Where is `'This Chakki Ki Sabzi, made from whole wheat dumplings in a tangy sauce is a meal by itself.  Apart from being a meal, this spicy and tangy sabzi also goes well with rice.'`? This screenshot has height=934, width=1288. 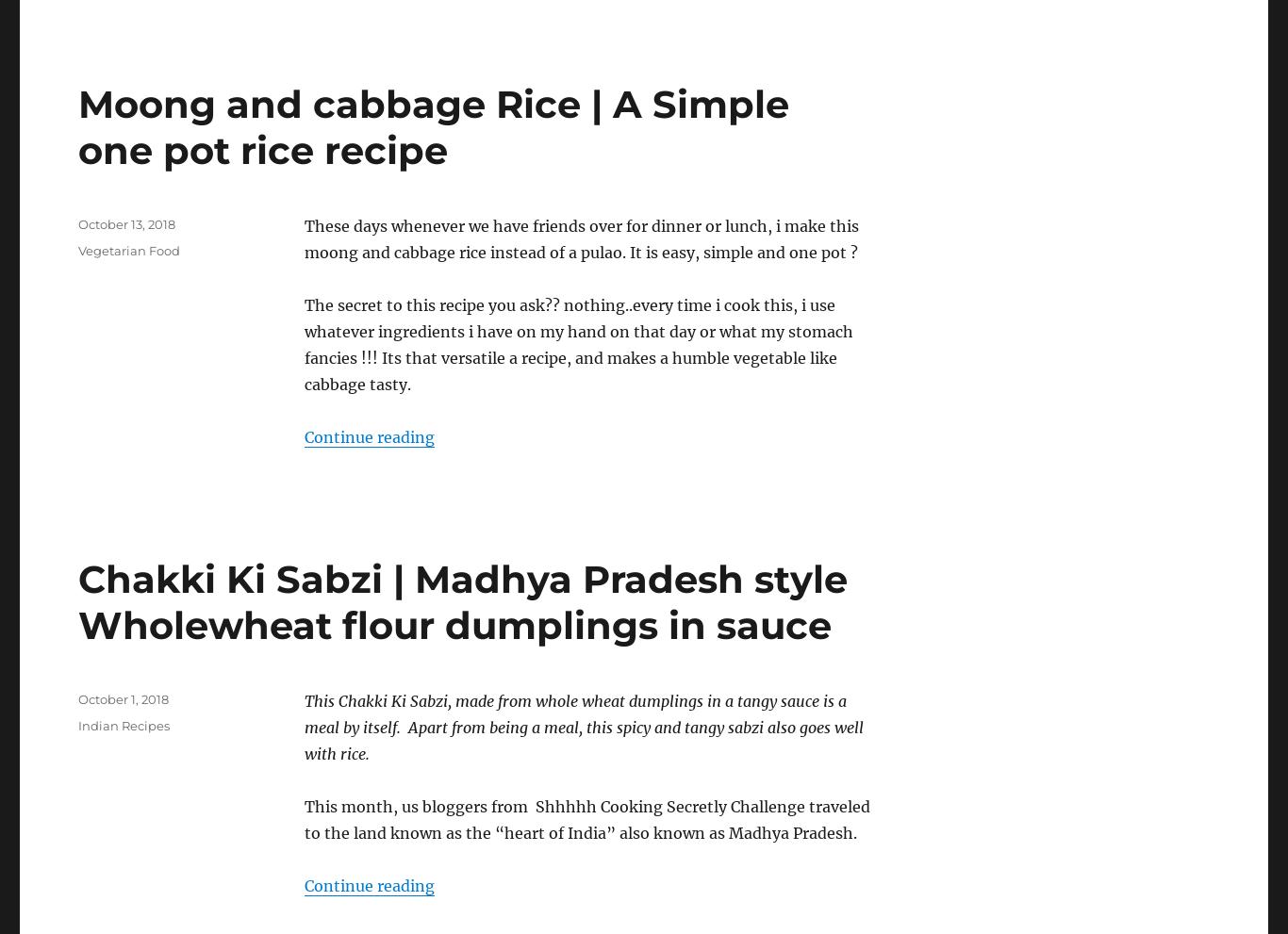
'This Chakki Ki Sabzi, made from whole wheat dumplings in a tangy sauce is a meal by itself.  Apart from being a meal, this spicy and tangy sabzi also goes well with rice.' is located at coordinates (583, 726).